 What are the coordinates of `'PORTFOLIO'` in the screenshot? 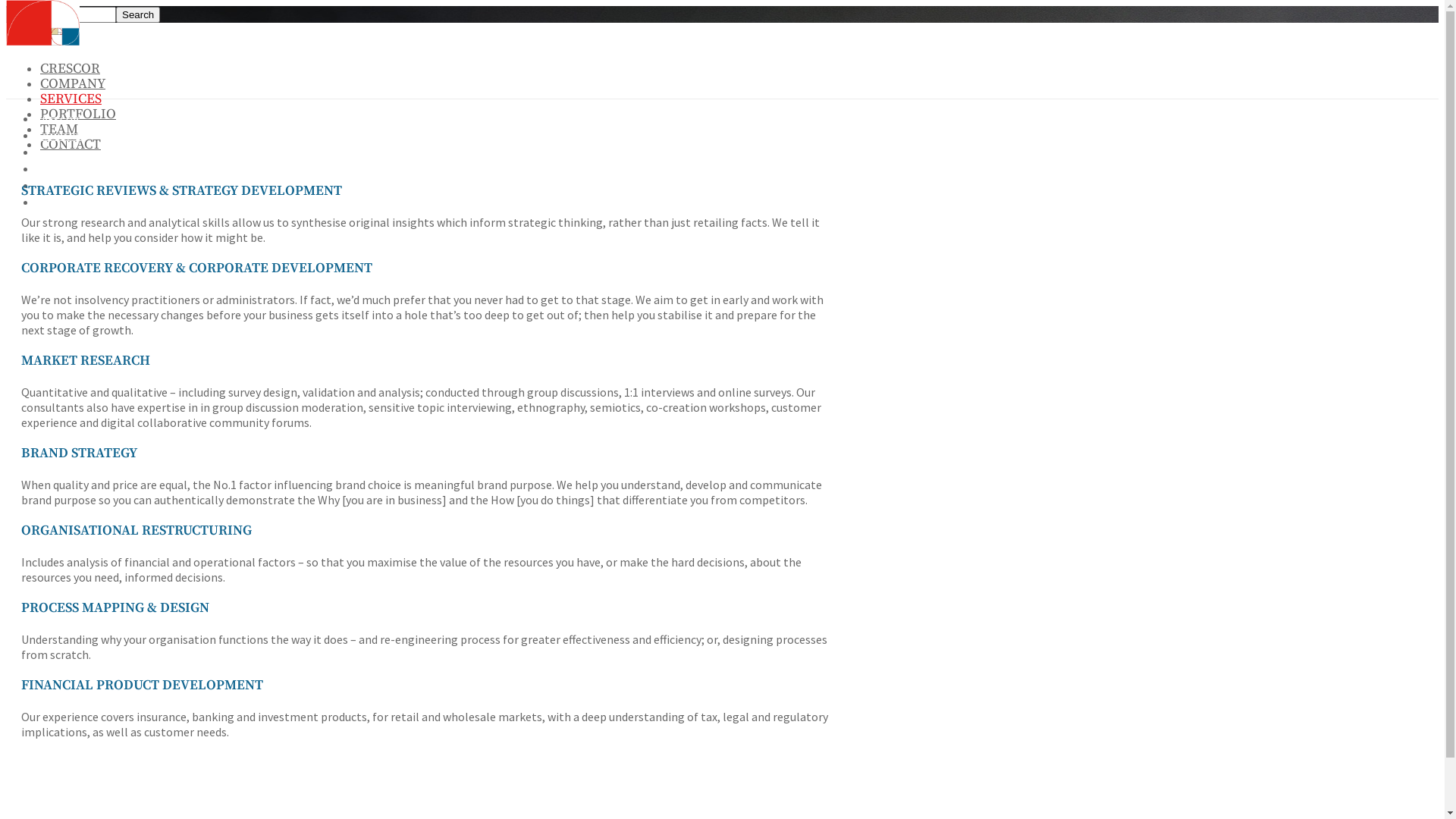 It's located at (77, 113).